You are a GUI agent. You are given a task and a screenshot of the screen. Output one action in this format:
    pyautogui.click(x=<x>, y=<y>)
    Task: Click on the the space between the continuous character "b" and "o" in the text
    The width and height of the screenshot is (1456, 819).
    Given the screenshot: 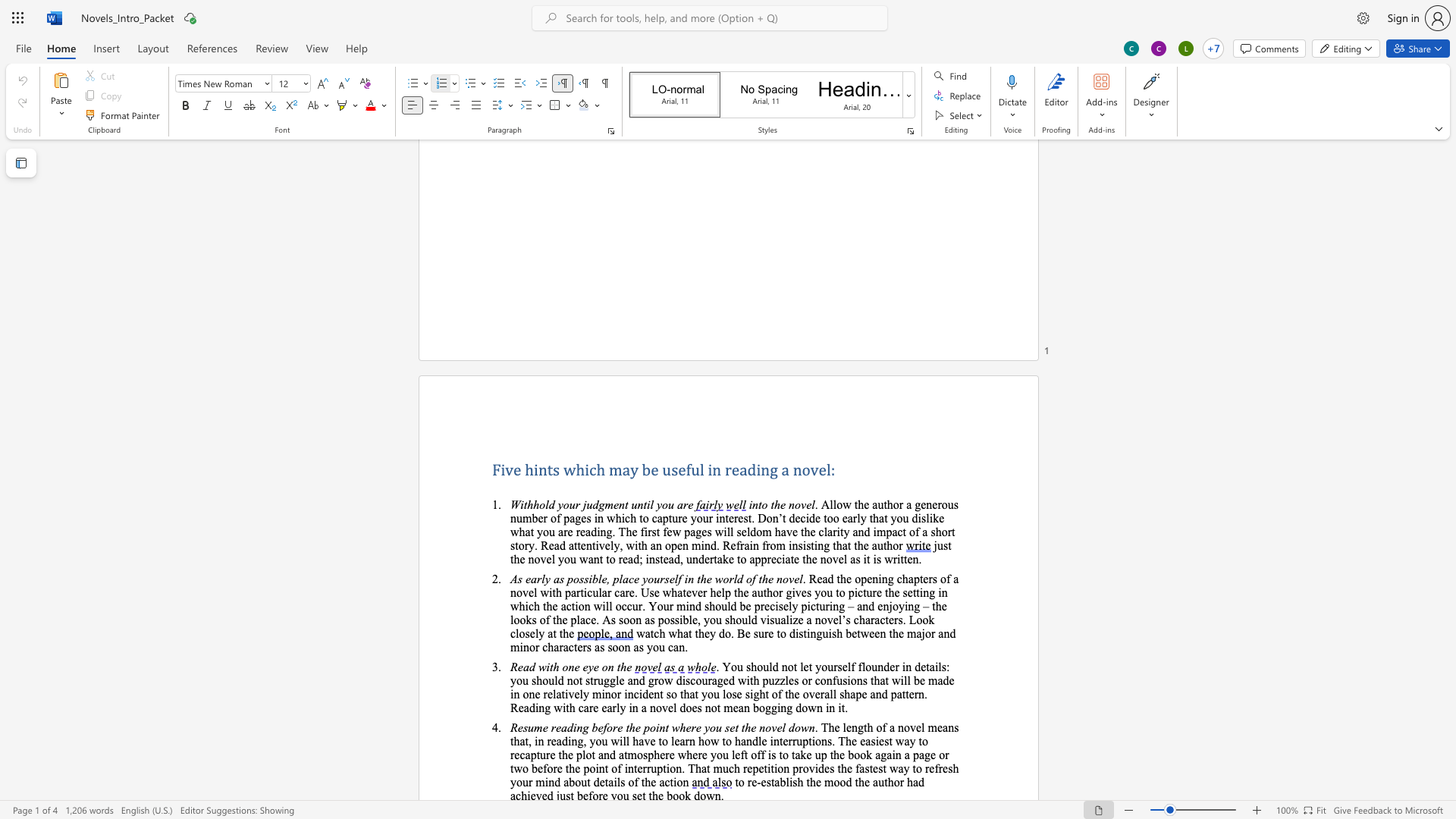 What is the action you would take?
    pyautogui.click(x=854, y=755)
    